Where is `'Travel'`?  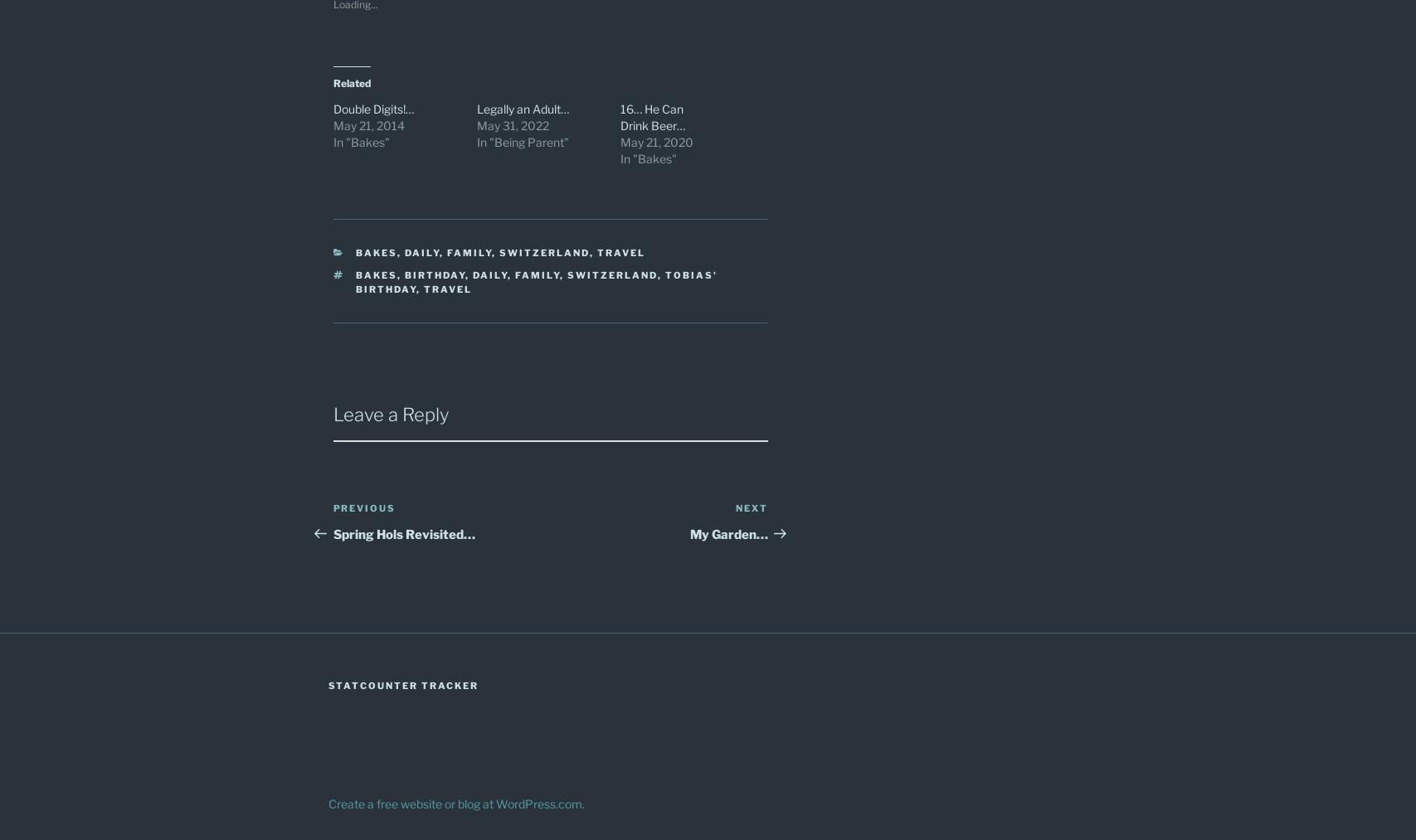
'Travel' is located at coordinates (597, 251).